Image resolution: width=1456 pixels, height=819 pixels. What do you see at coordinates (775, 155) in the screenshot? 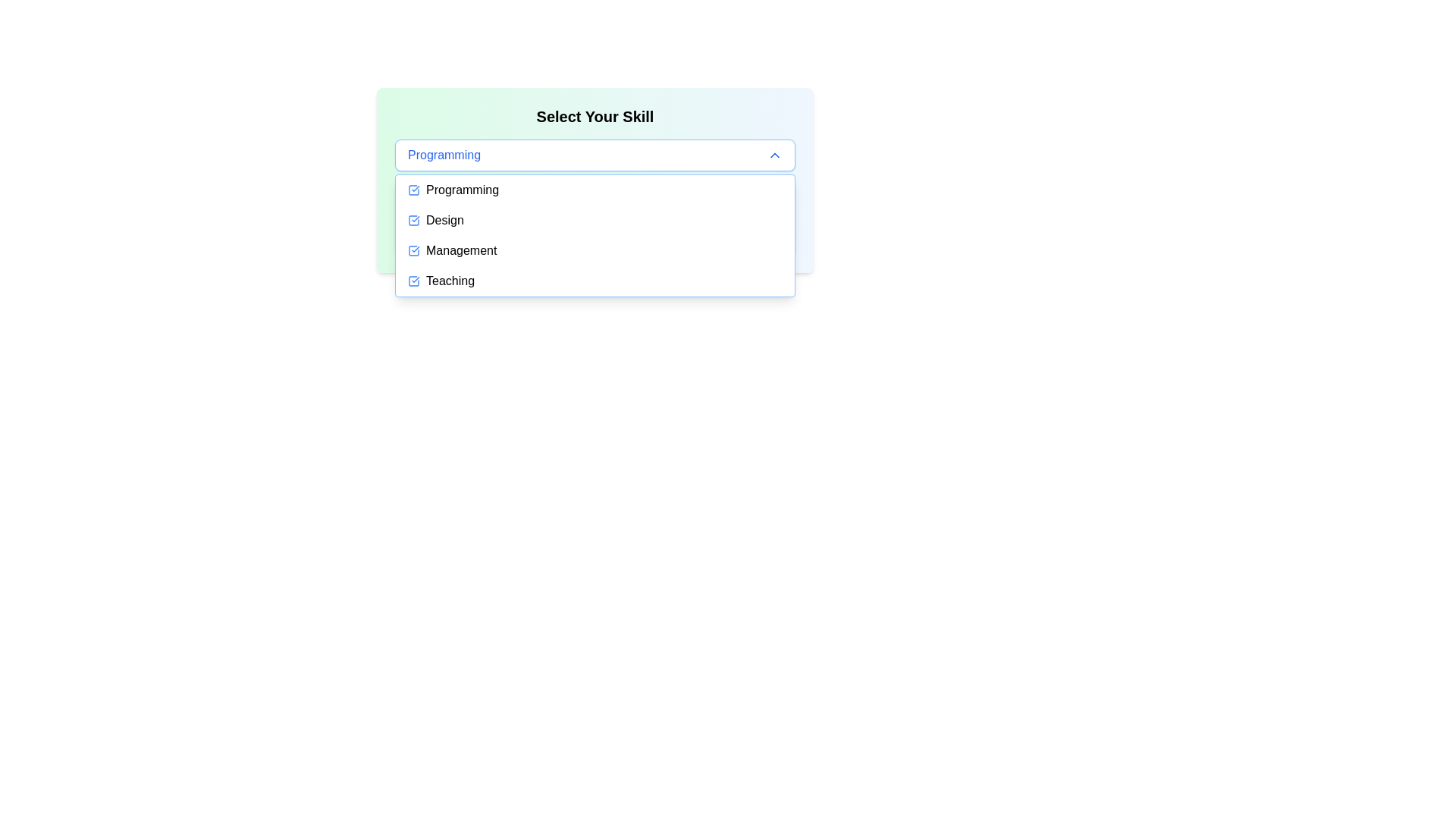
I see `the dropdown toggle icon located to the right of the 'Programming' text` at bounding box center [775, 155].